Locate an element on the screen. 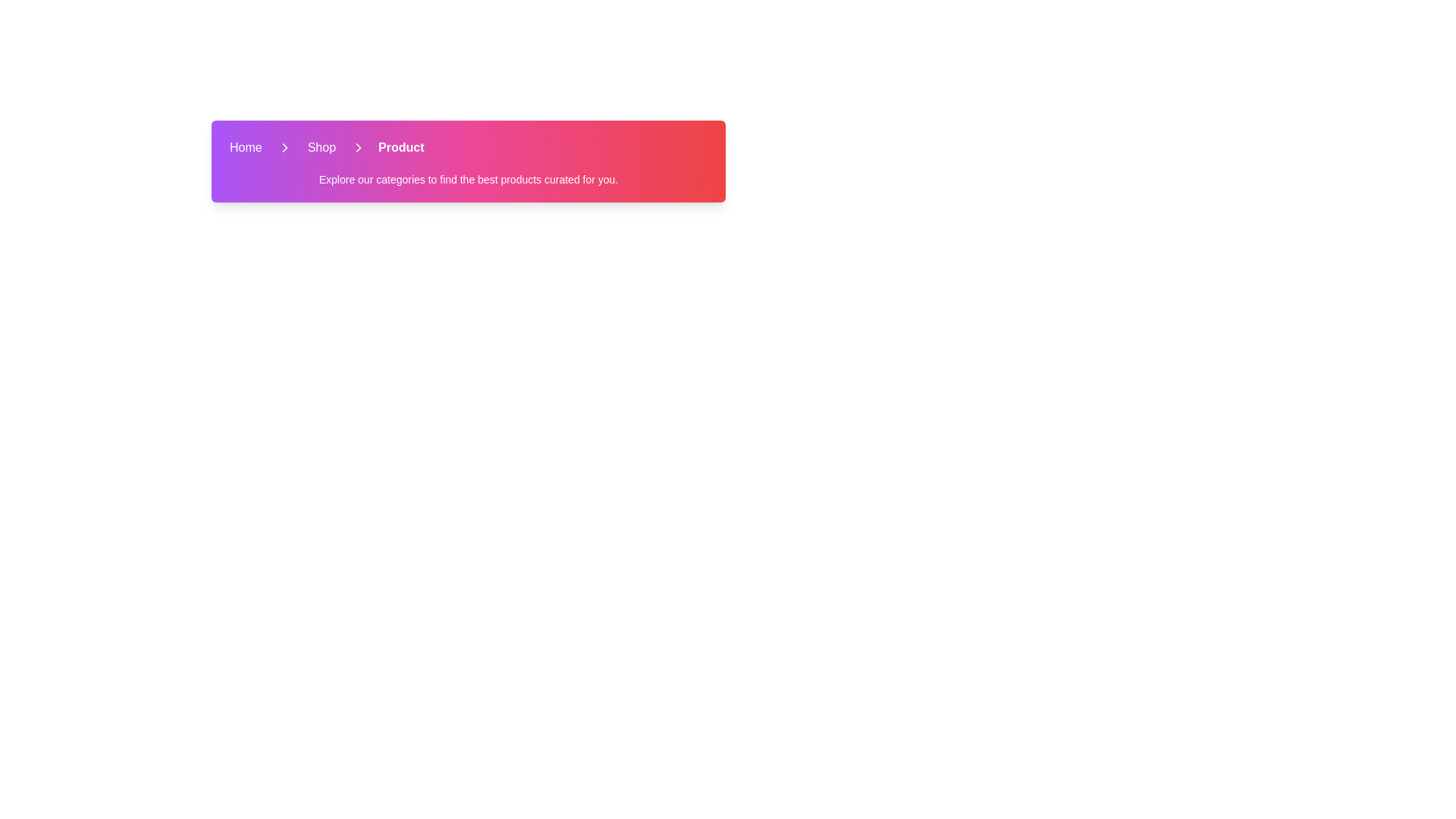 The width and height of the screenshot is (1456, 819). the right-facing chevron icon located in the breadcrumb navigation bar between 'Shop' and 'Product' is located at coordinates (284, 148).